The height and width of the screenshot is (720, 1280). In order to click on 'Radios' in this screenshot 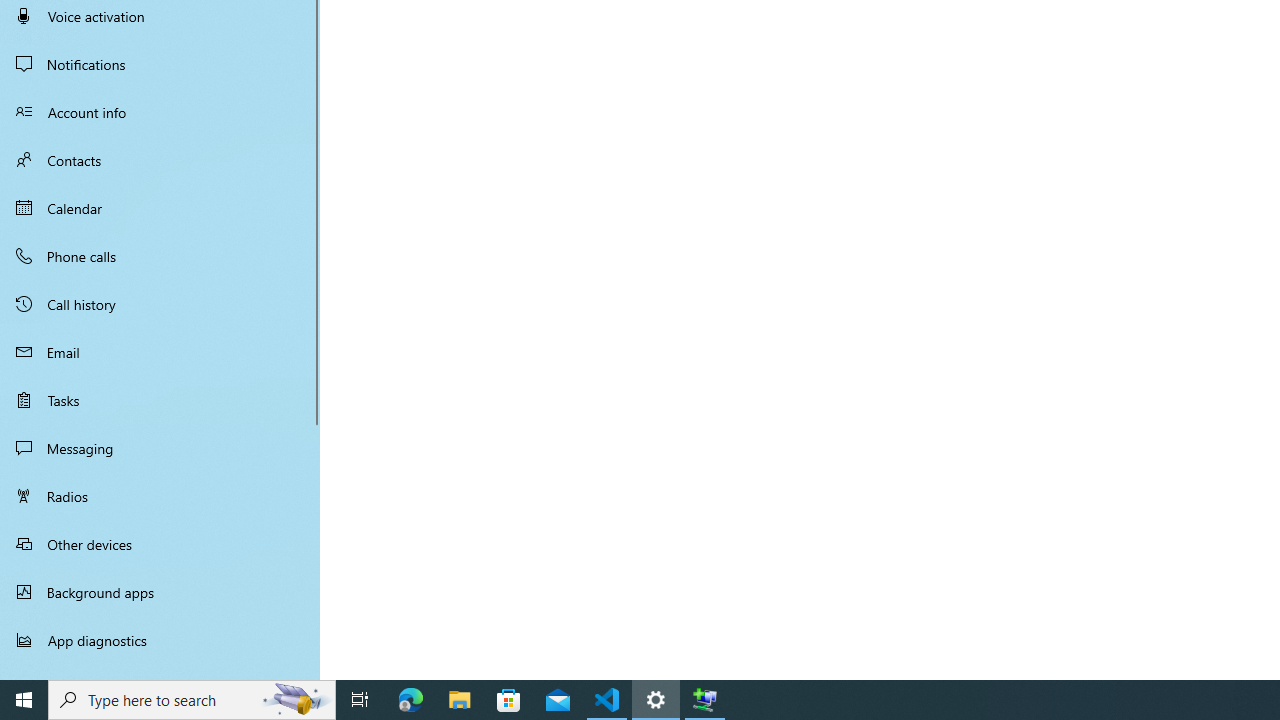, I will do `click(160, 495)`.